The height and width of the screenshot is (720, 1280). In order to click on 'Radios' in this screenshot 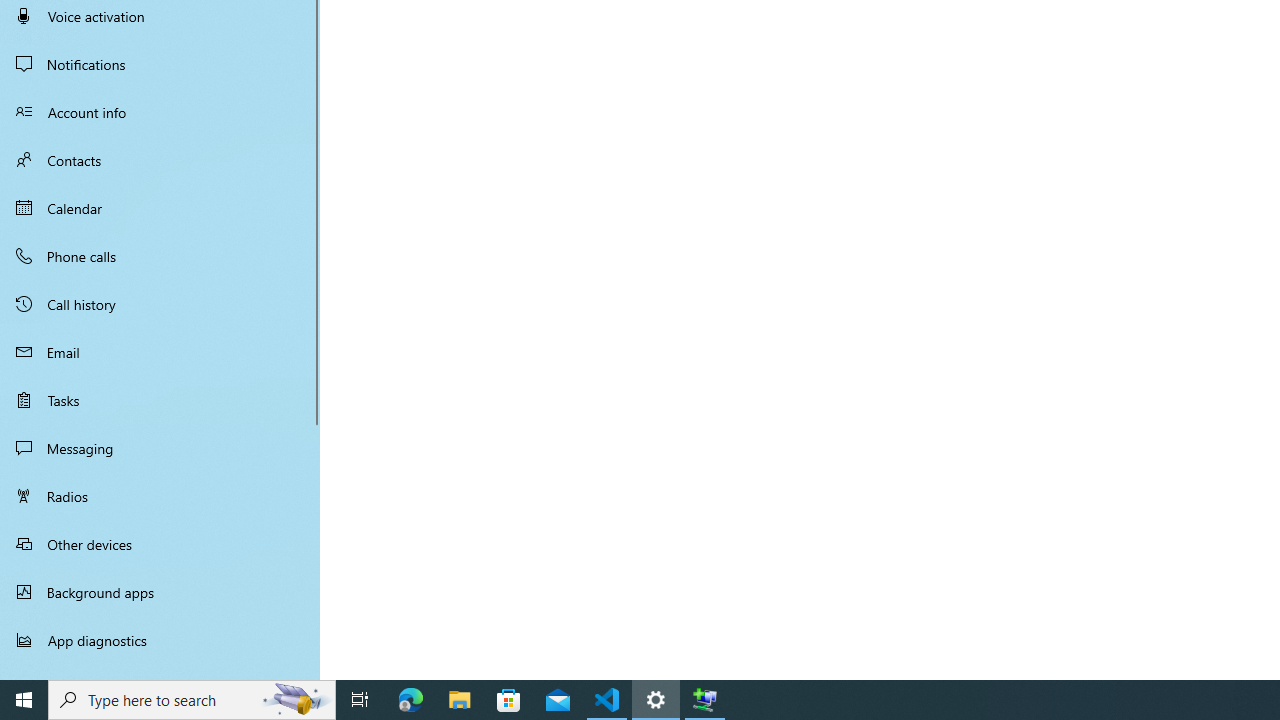, I will do `click(160, 495)`.